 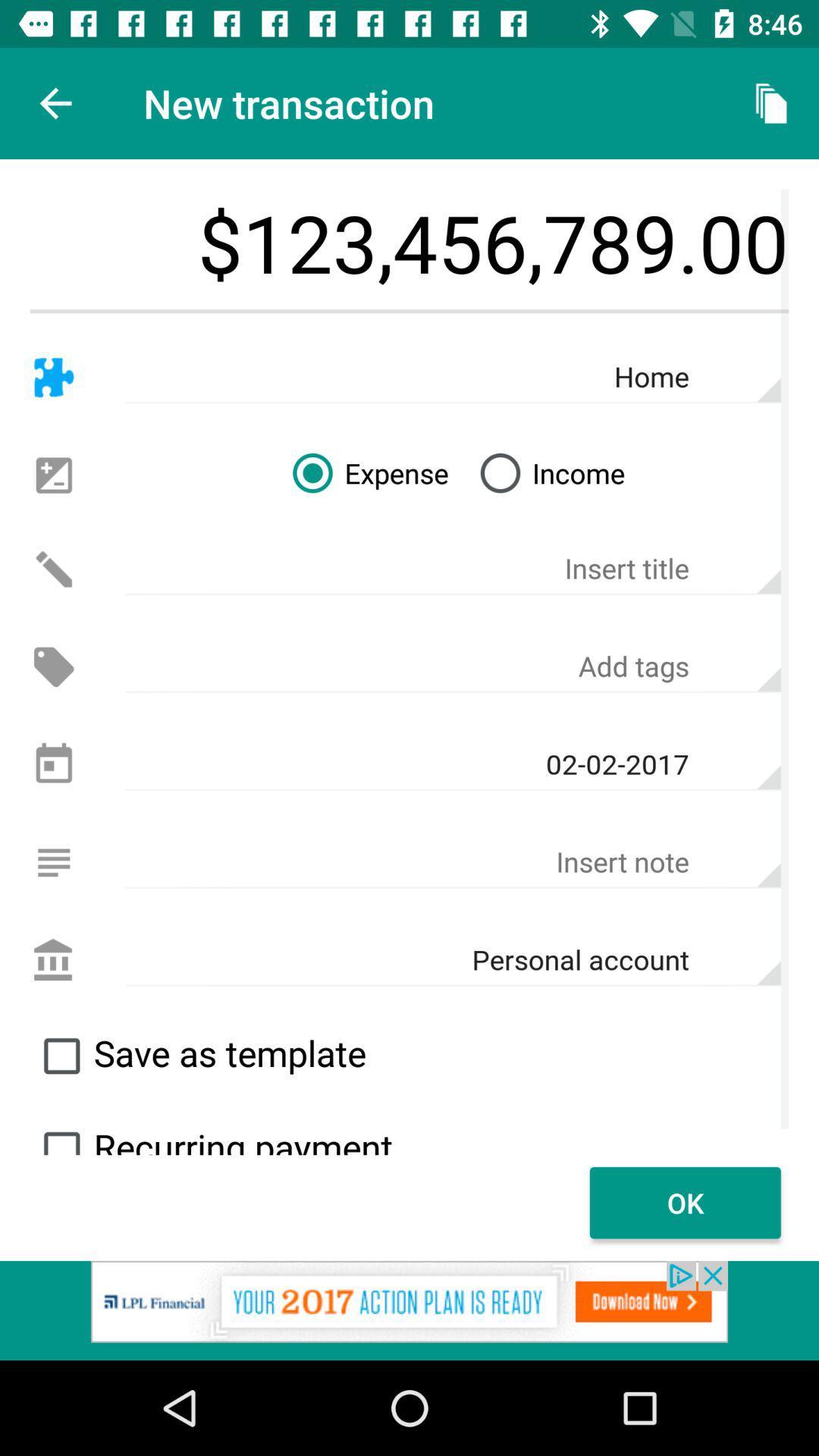 I want to click on adjustment, so click(x=53, y=475).